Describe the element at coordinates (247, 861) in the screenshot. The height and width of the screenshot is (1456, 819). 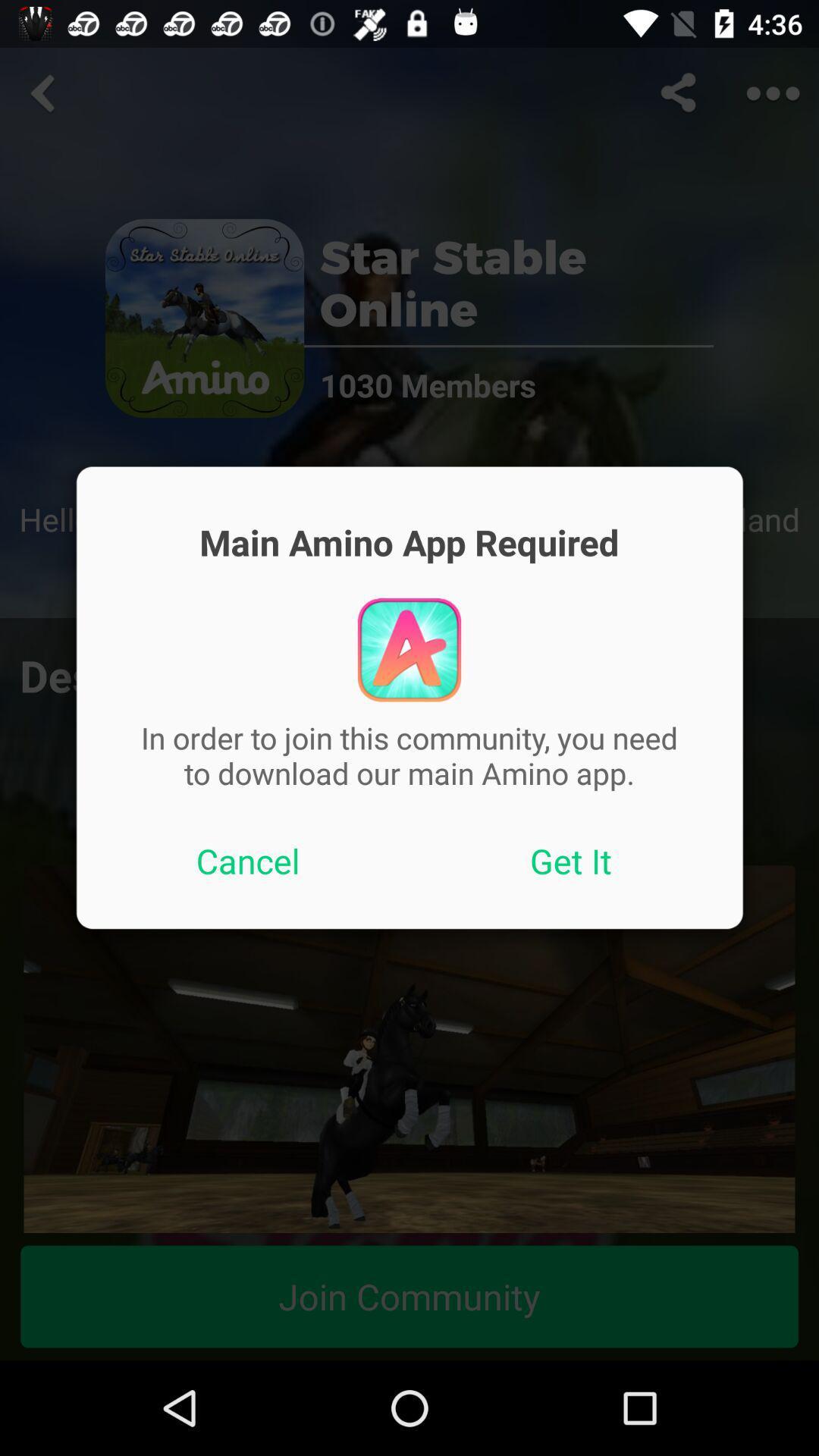
I see `icon to the left of get it item` at that location.